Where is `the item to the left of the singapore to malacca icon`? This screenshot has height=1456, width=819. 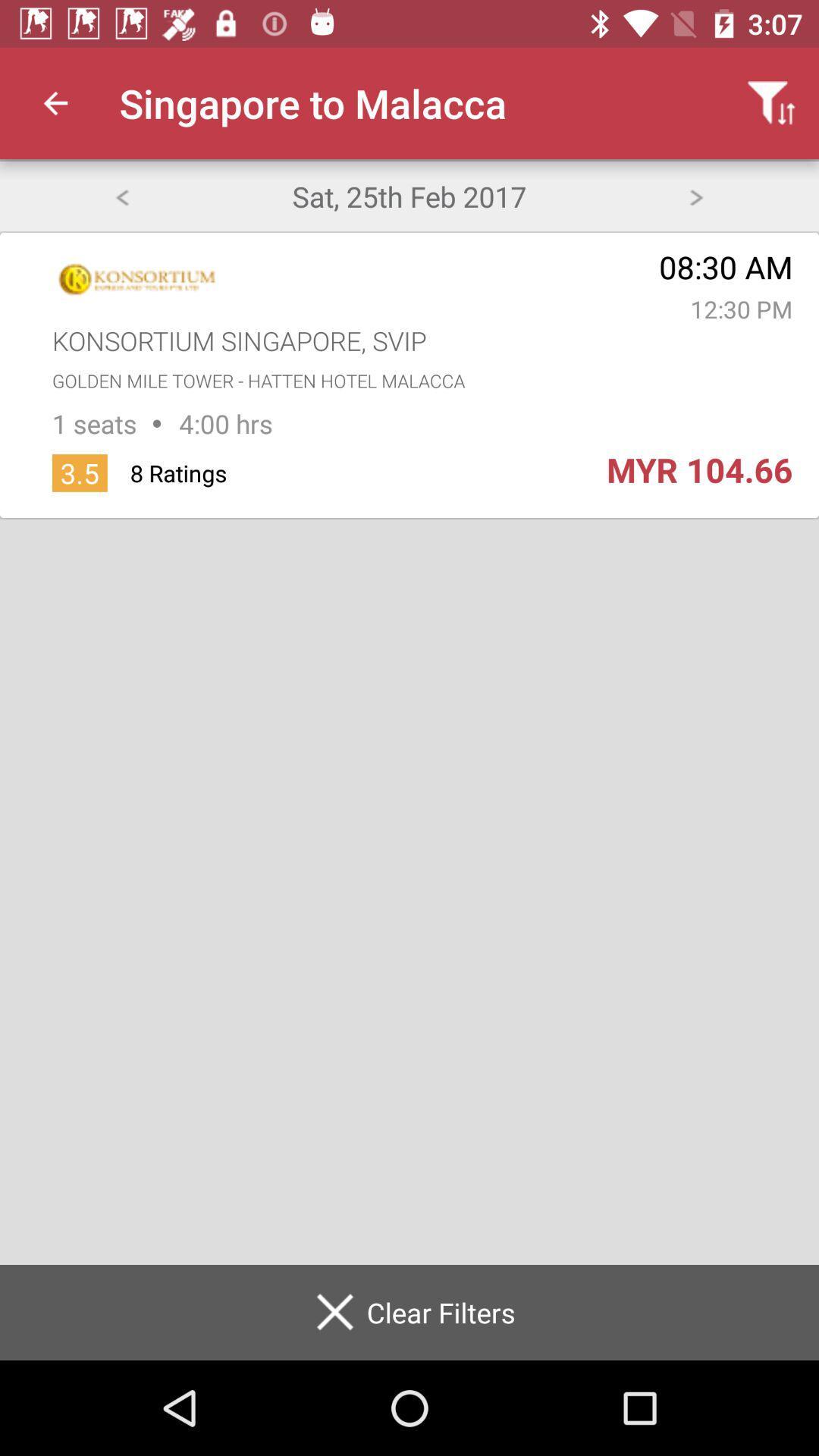
the item to the left of the singapore to malacca icon is located at coordinates (55, 102).